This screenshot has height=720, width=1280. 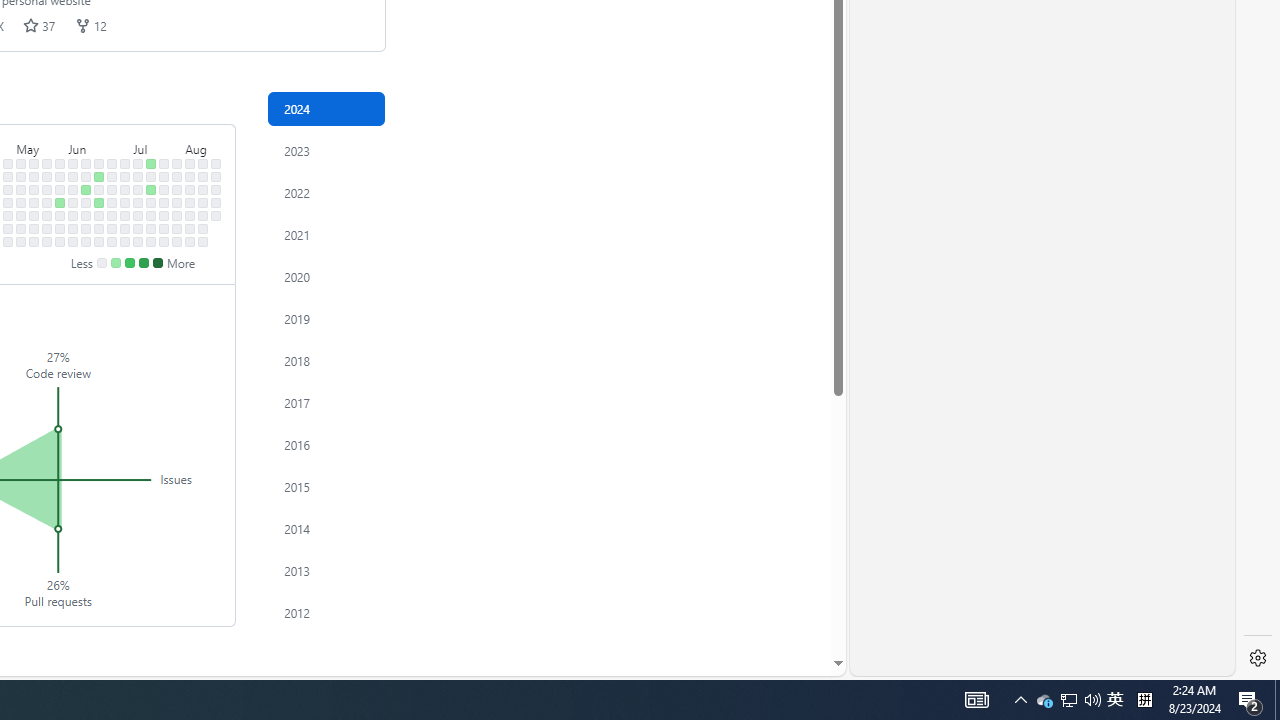 What do you see at coordinates (21, 162) in the screenshot?
I see `'No contributions on May 5th.'` at bounding box center [21, 162].